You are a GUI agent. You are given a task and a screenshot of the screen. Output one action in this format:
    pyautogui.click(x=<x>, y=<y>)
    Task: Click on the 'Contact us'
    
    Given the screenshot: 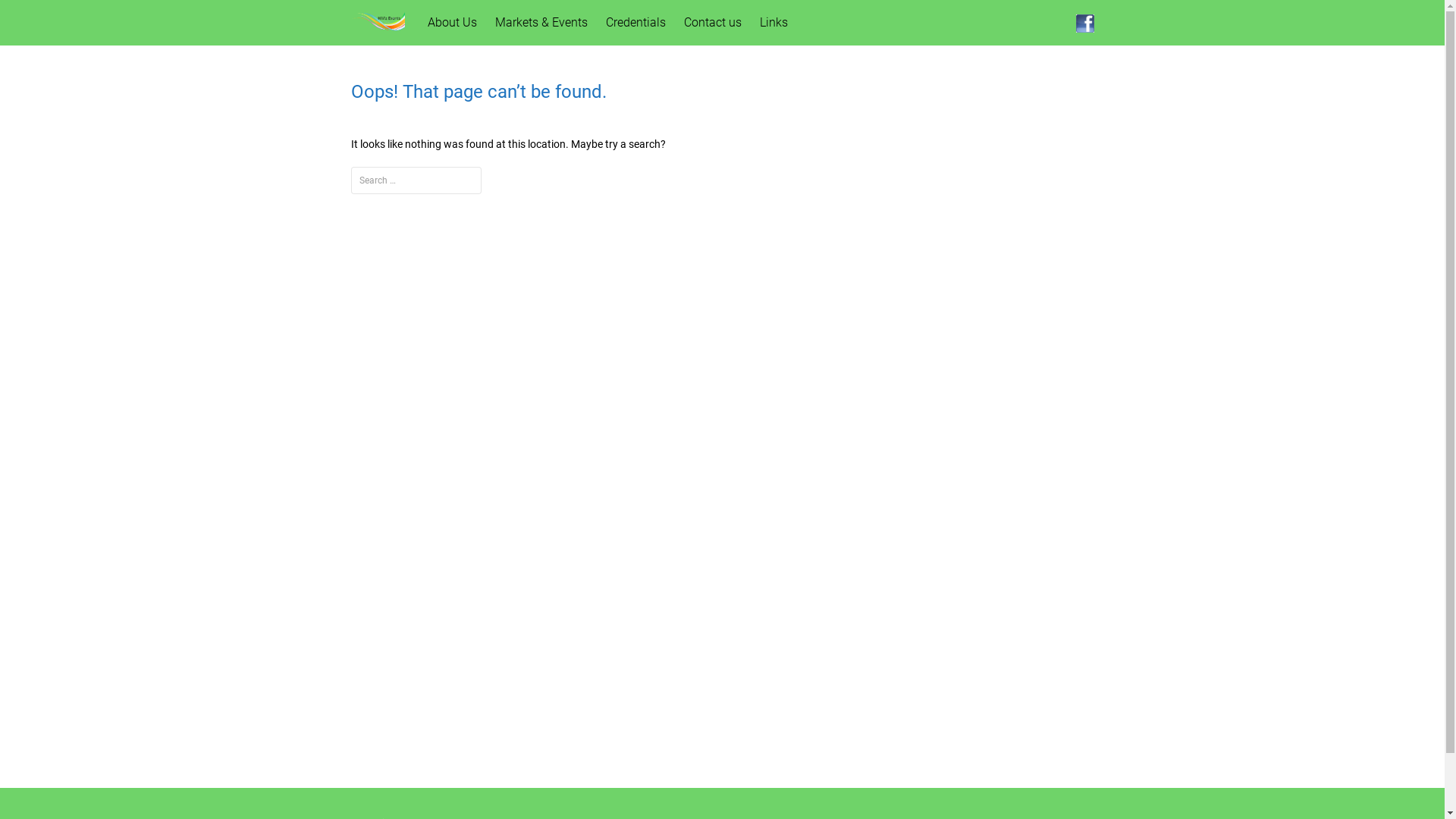 What is the action you would take?
    pyautogui.click(x=712, y=23)
    